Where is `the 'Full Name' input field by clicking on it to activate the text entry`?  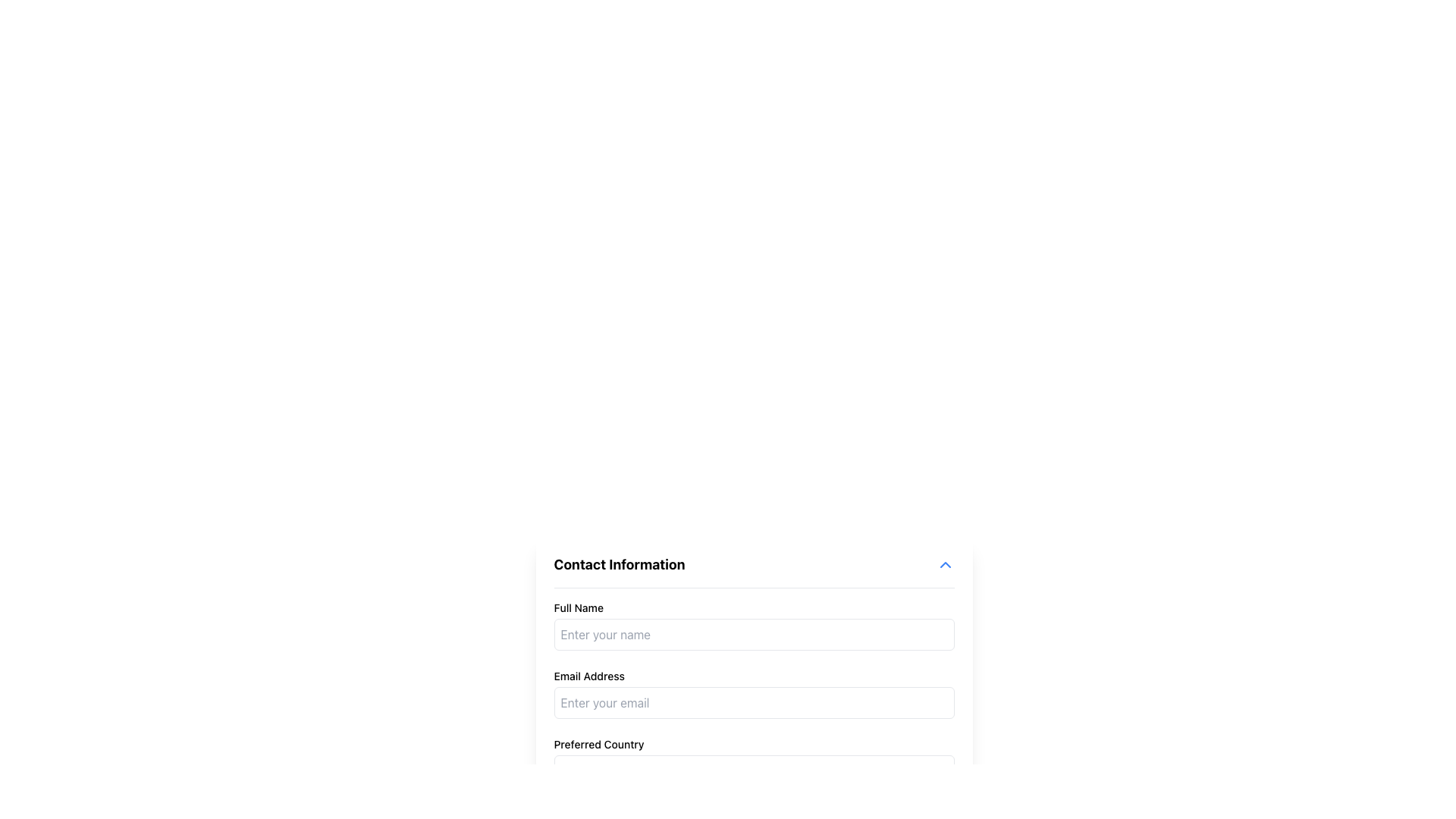 the 'Full Name' input field by clicking on it to activate the text entry is located at coordinates (754, 626).